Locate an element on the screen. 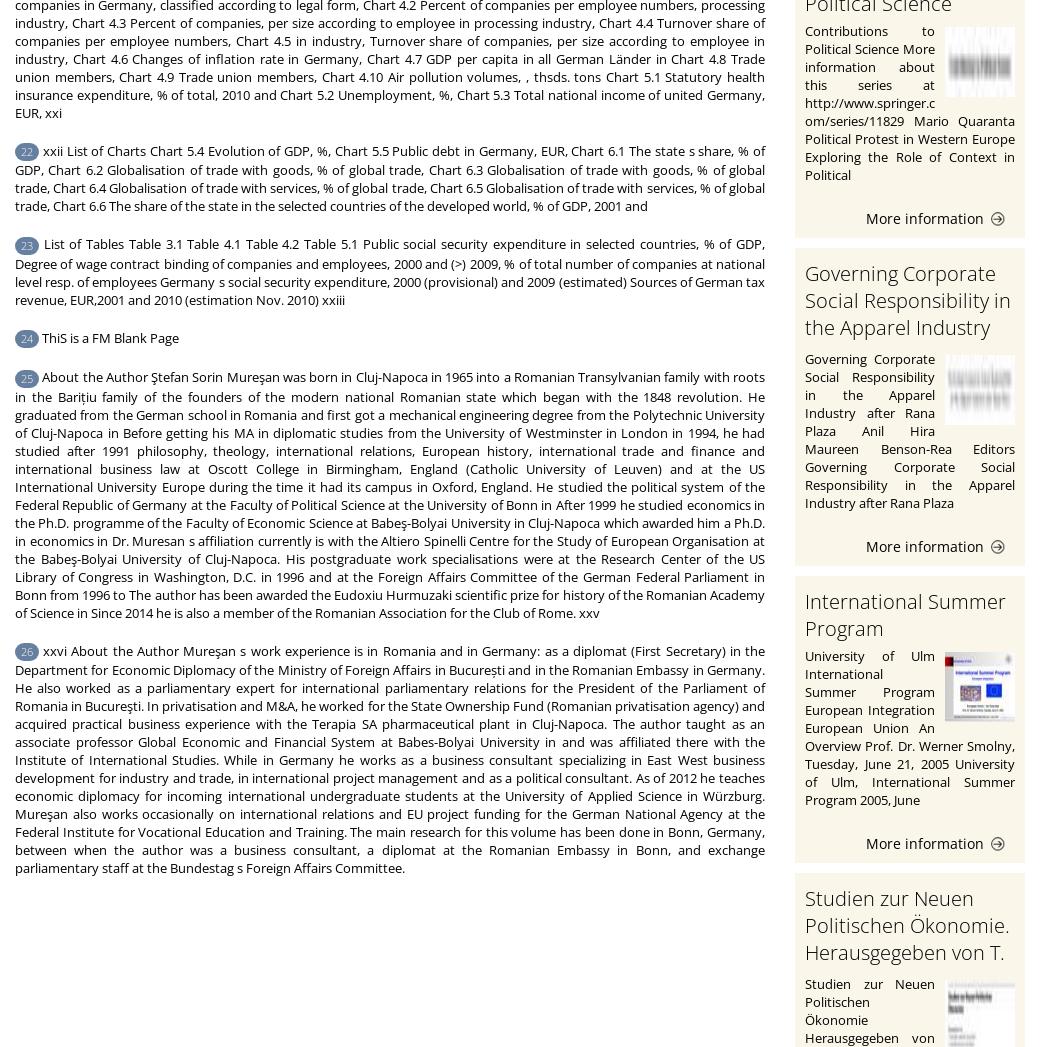 This screenshot has width=1050, height=1047. 'ThiS is a FM Blank Page' is located at coordinates (108, 337).